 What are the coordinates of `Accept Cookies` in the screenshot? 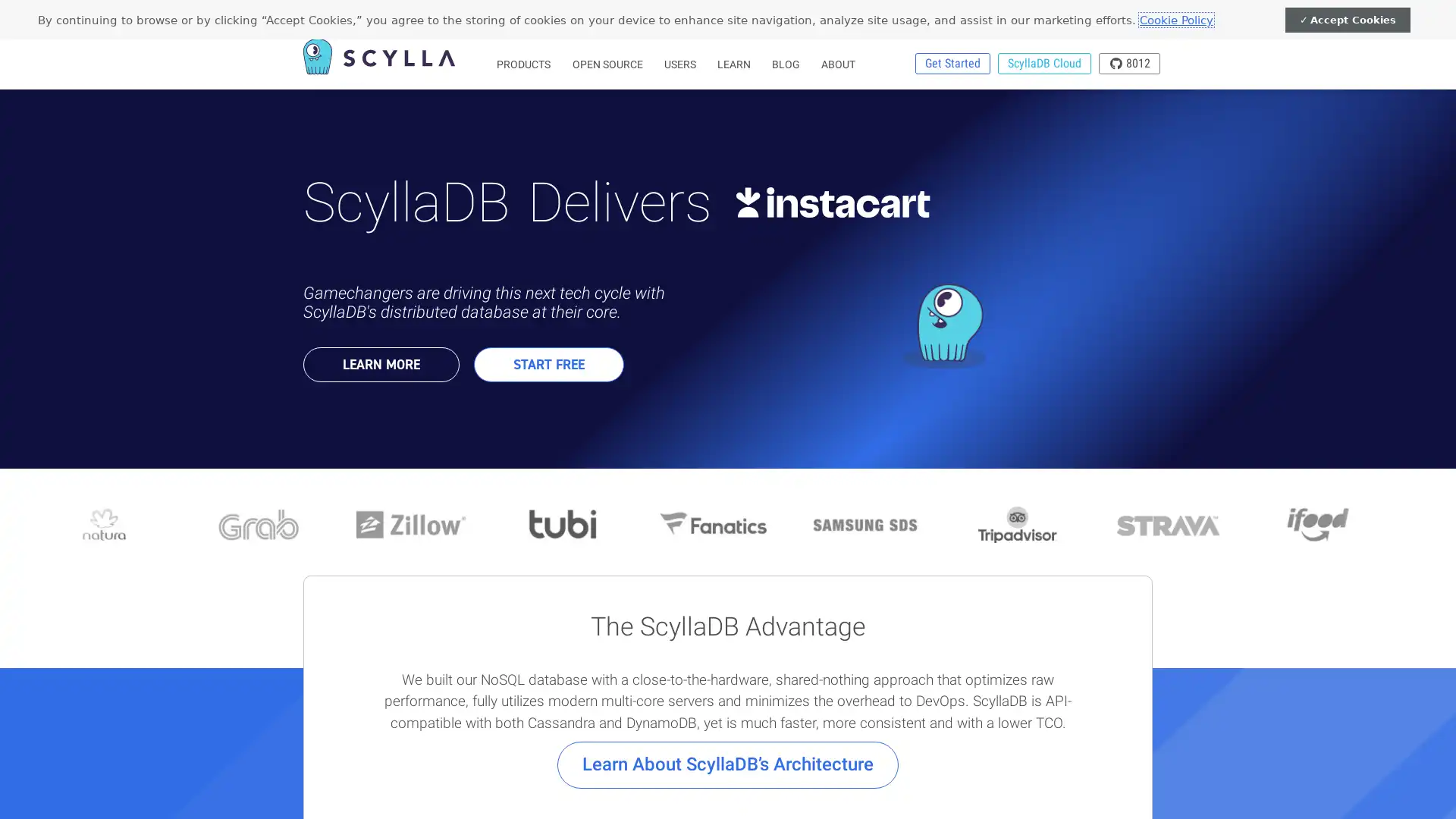 It's located at (1348, 20).